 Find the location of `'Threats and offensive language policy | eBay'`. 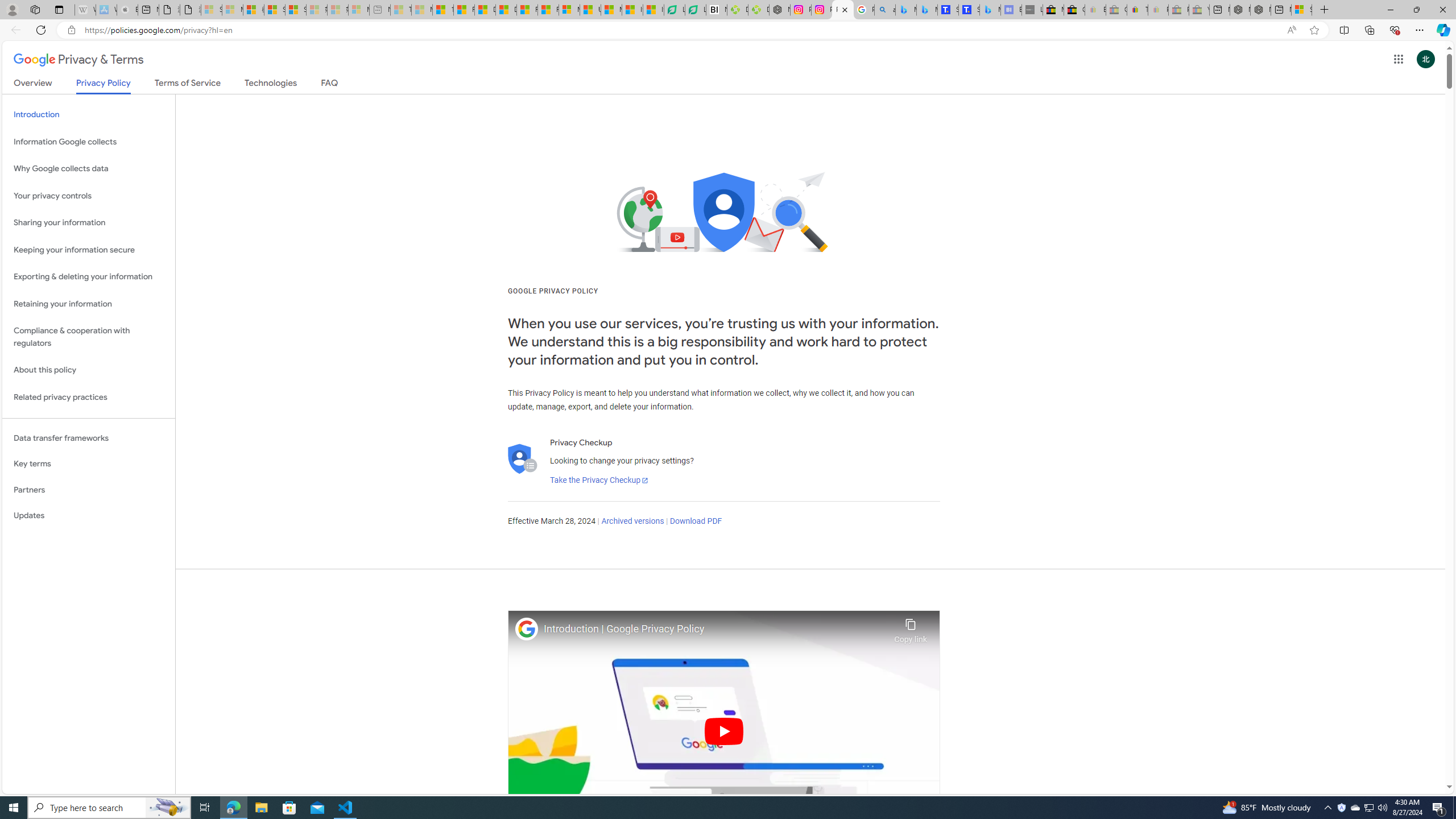

'Threats and offensive language policy | eBay' is located at coordinates (1137, 9).